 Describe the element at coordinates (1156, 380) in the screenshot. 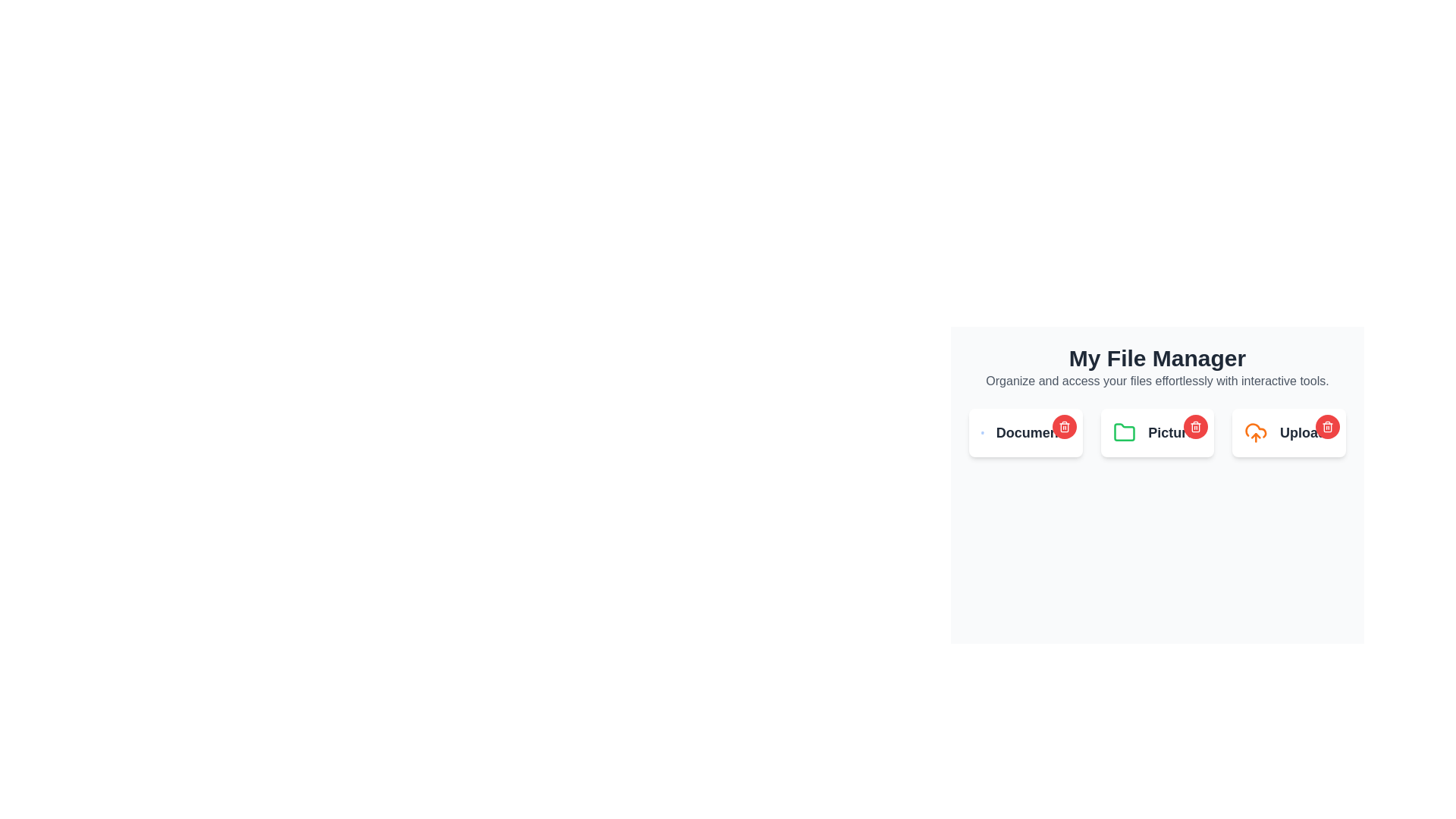

I see `the text label that reads 'Organize and access your files effortlessly with interactive tools.', which is styled in gray and positioned below the title 'My File Manager'` at that location.